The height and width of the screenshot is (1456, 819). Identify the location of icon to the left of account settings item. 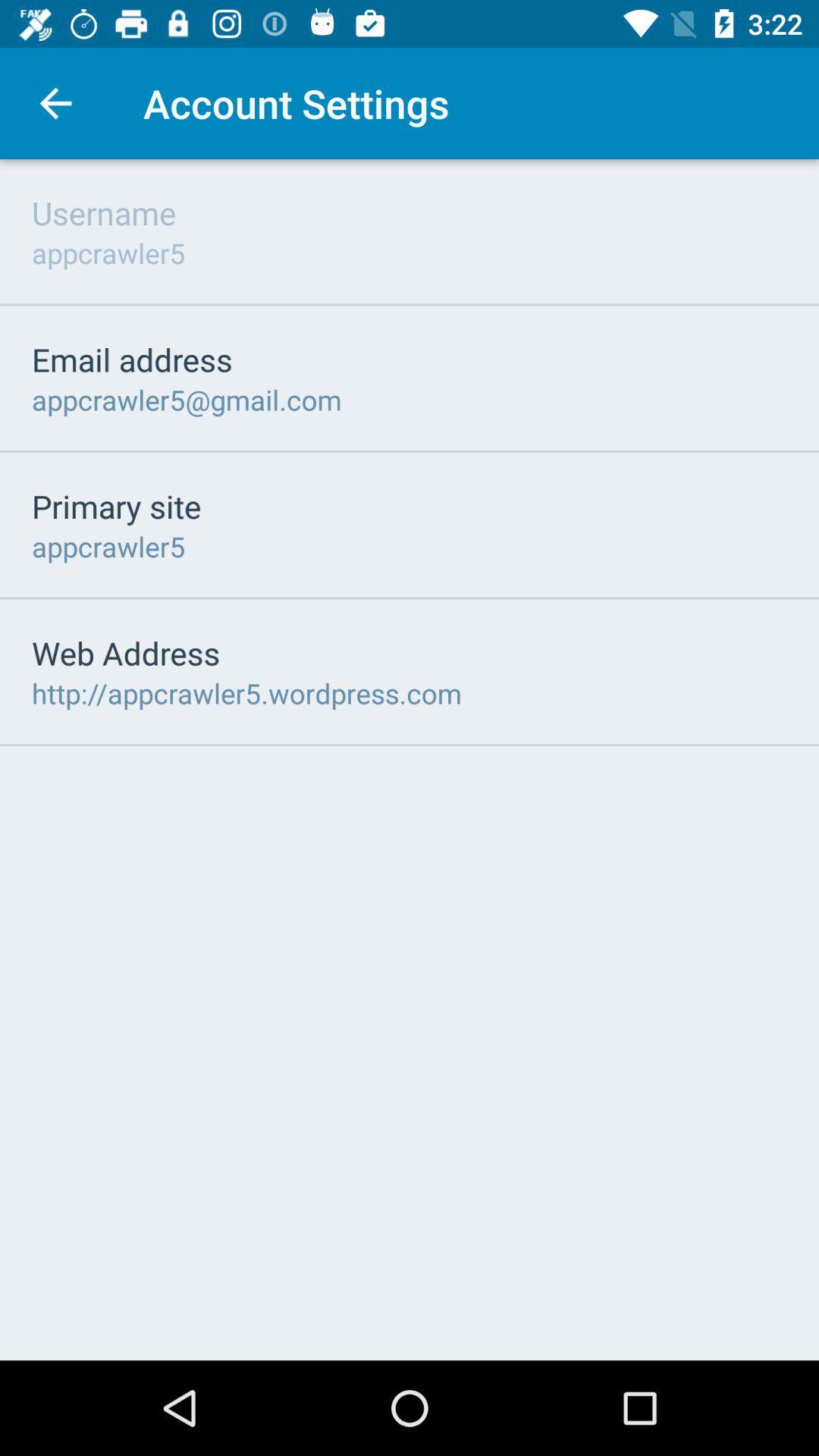
(55, 102).